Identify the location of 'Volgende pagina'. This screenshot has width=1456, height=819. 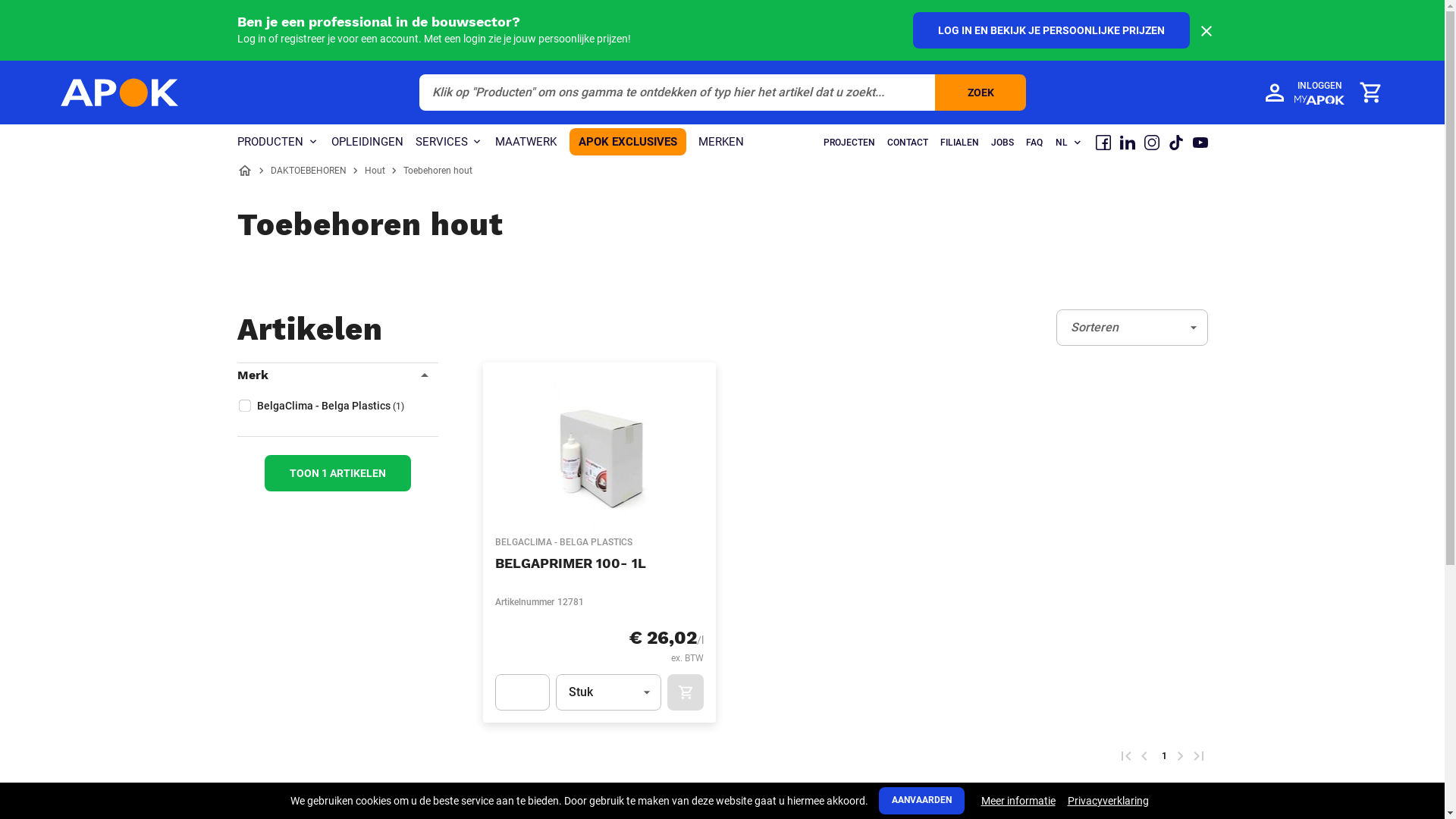
(1170, 755).